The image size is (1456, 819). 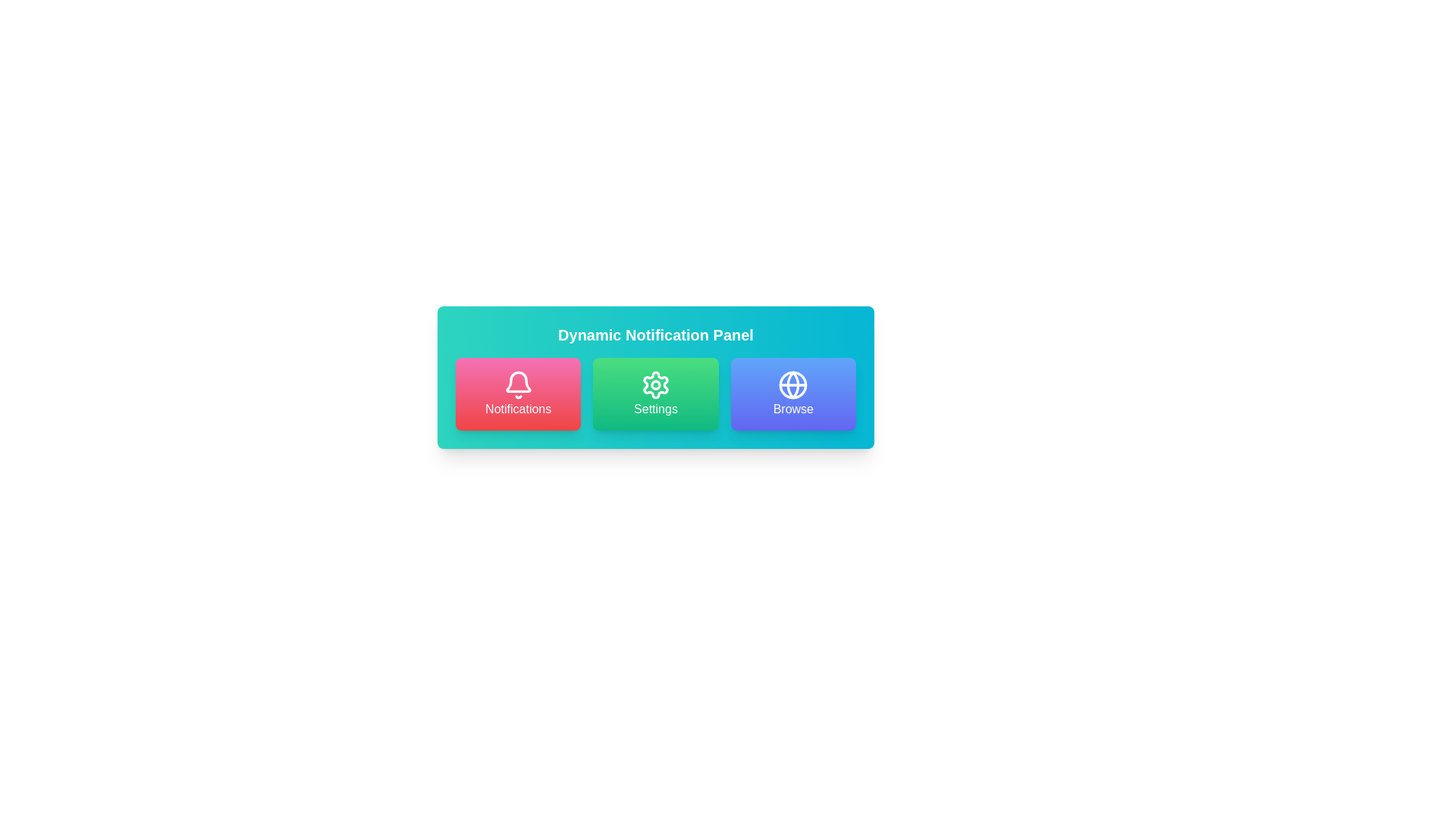 What do you see at coordinates (655, 409) in the screenshot?
I see `the 'Settings' text label located in the middle segment of a horizontal trio, positioned below the settings icon within a green highlighted box` at bounding box center [655, 409].